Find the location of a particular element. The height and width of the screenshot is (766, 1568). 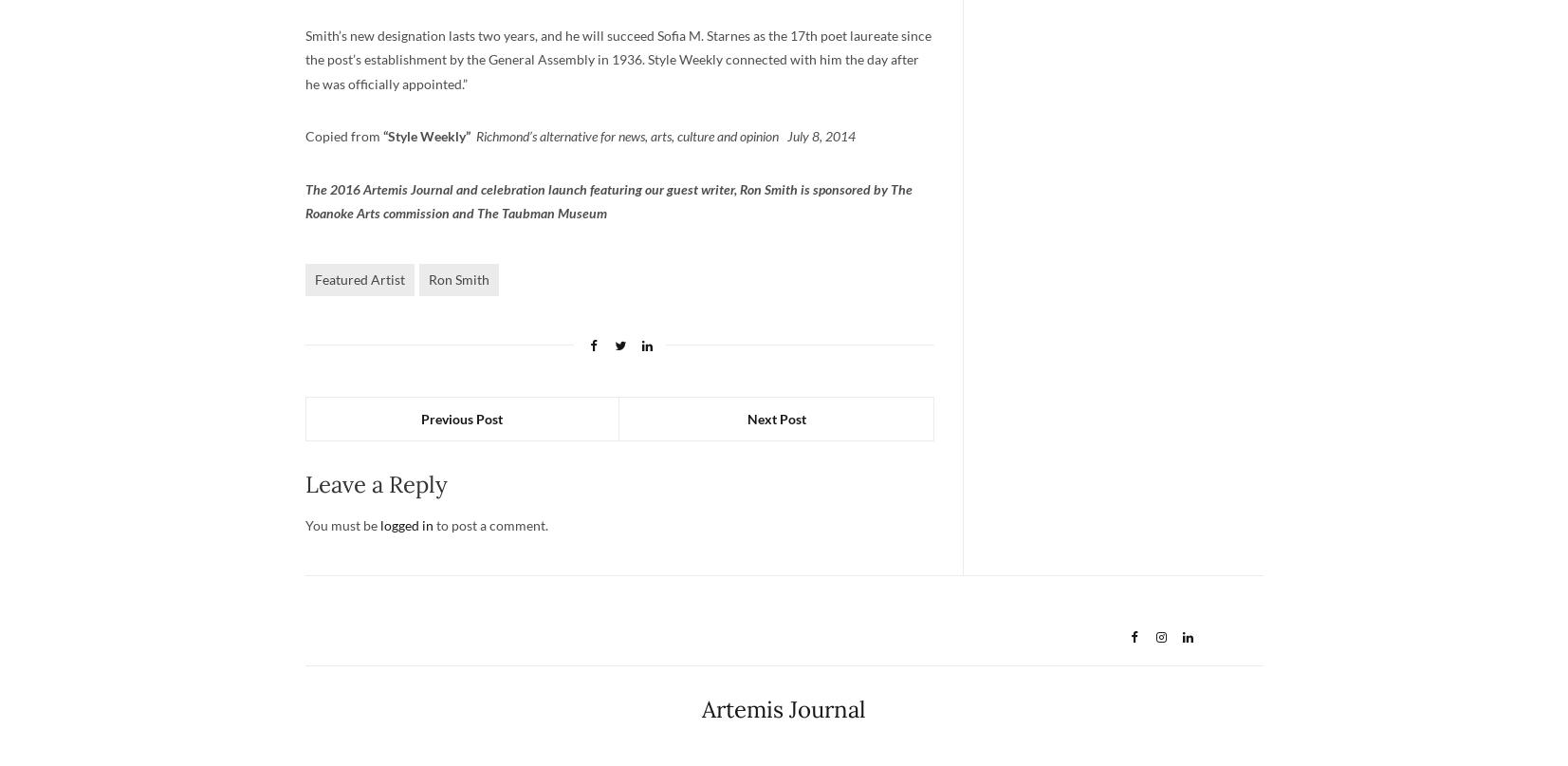

'Ron Smith' is located at coordinates (426, 278).